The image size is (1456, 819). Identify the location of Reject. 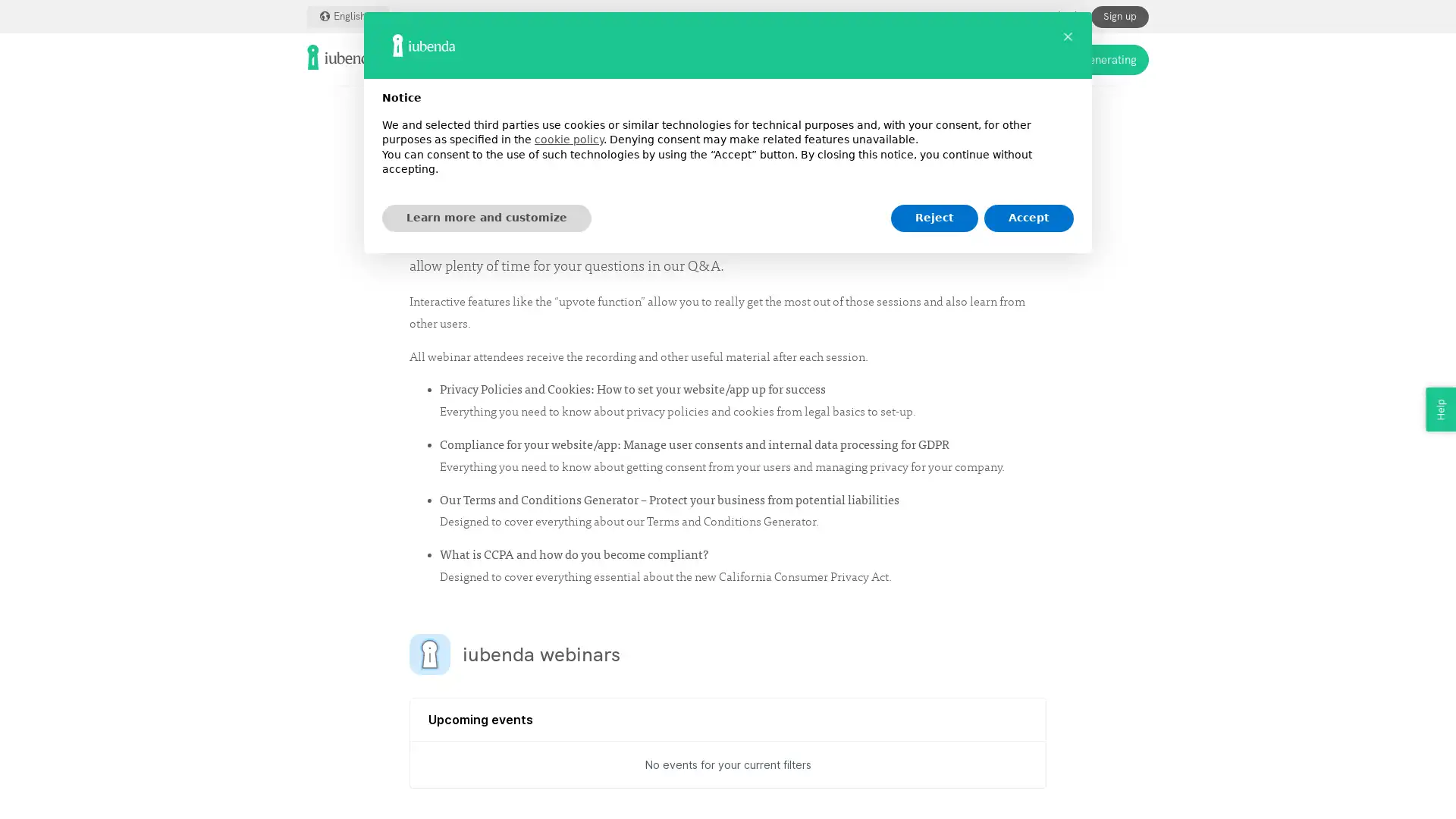
(934, 217).